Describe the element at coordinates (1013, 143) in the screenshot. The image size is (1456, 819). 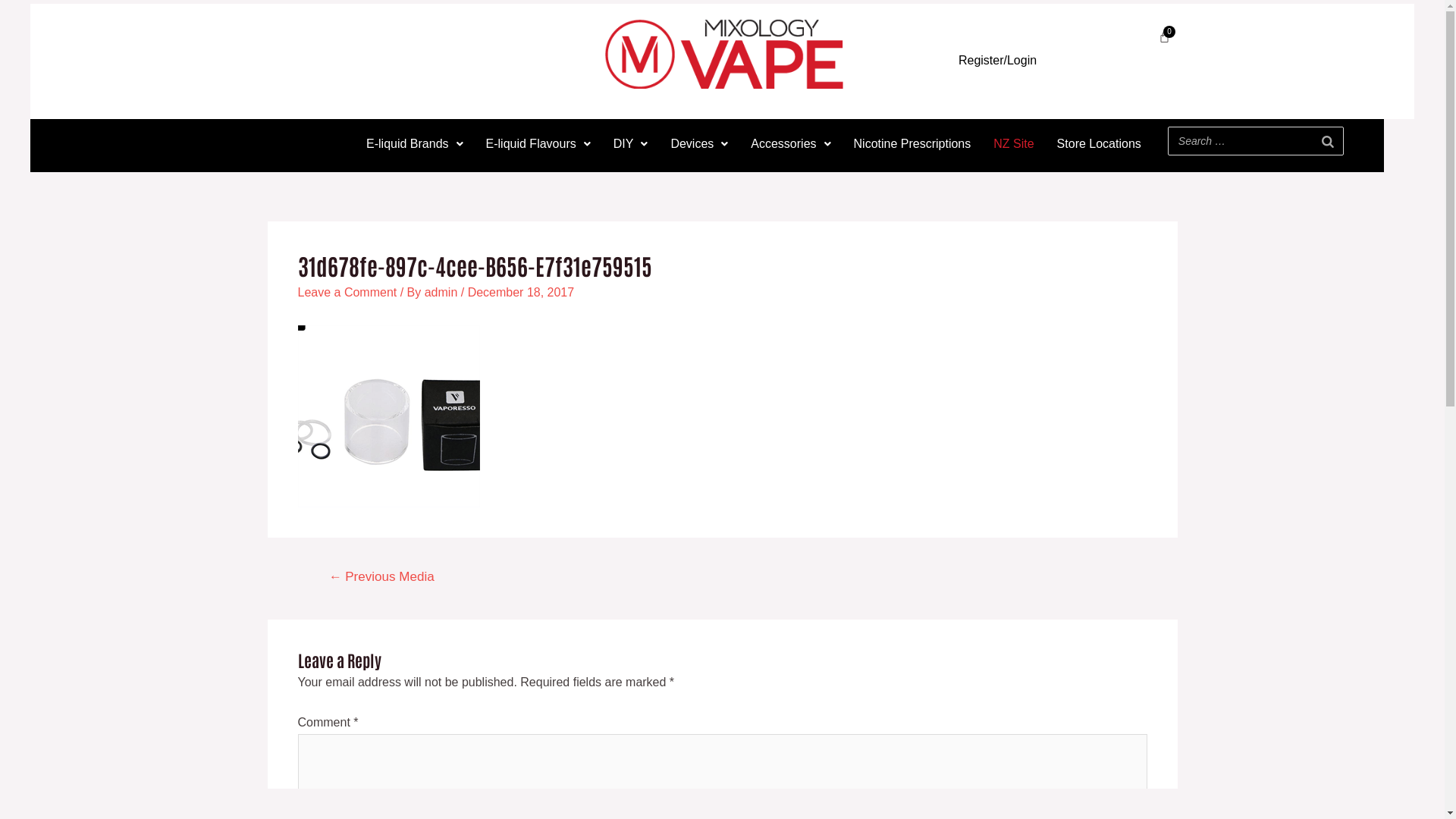
I see `'NZ Site'` at that location.